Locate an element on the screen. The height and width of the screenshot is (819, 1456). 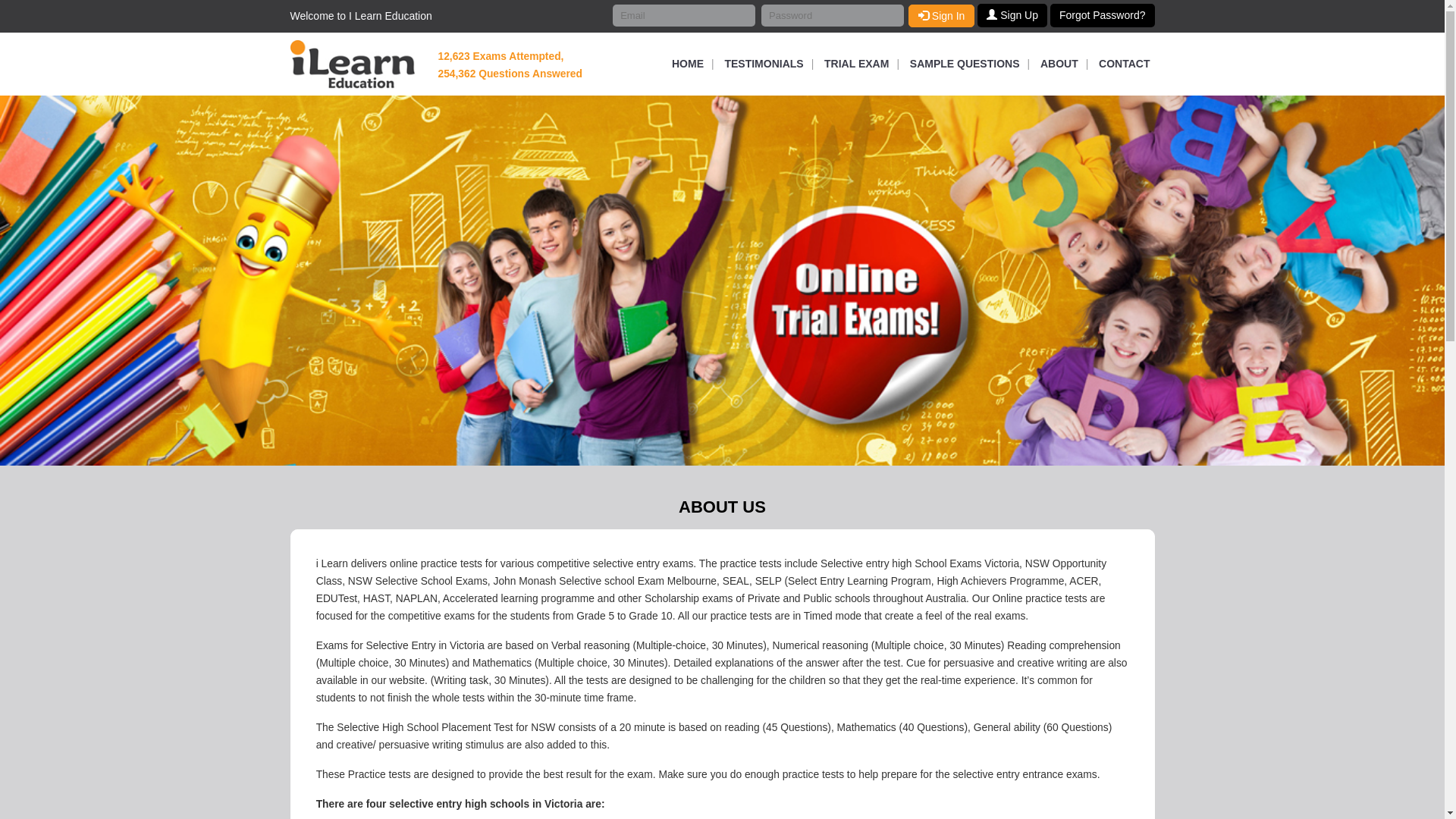
'SAMPLE QUESTIONS' is located at coordinates (964, 63).